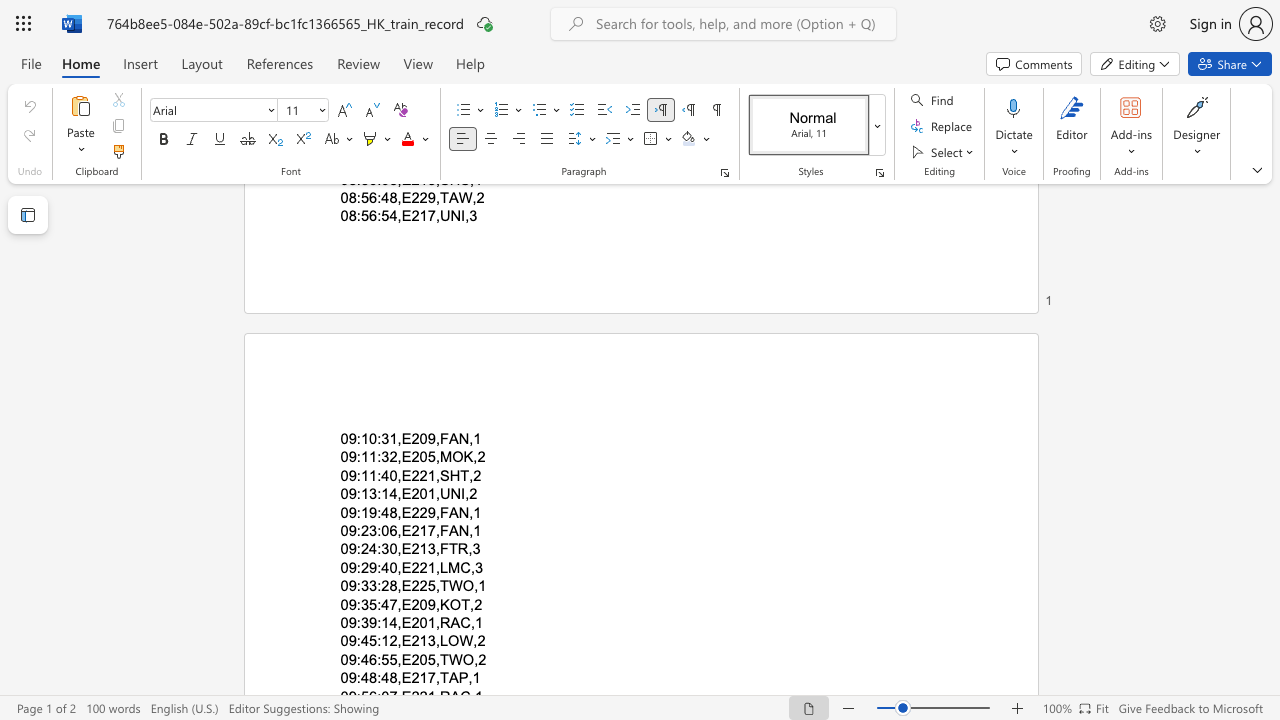 This screenshot has width=1280, height=720. I want to click on the space between the continuous character "1" and "9" in the text, so click(369, 511).